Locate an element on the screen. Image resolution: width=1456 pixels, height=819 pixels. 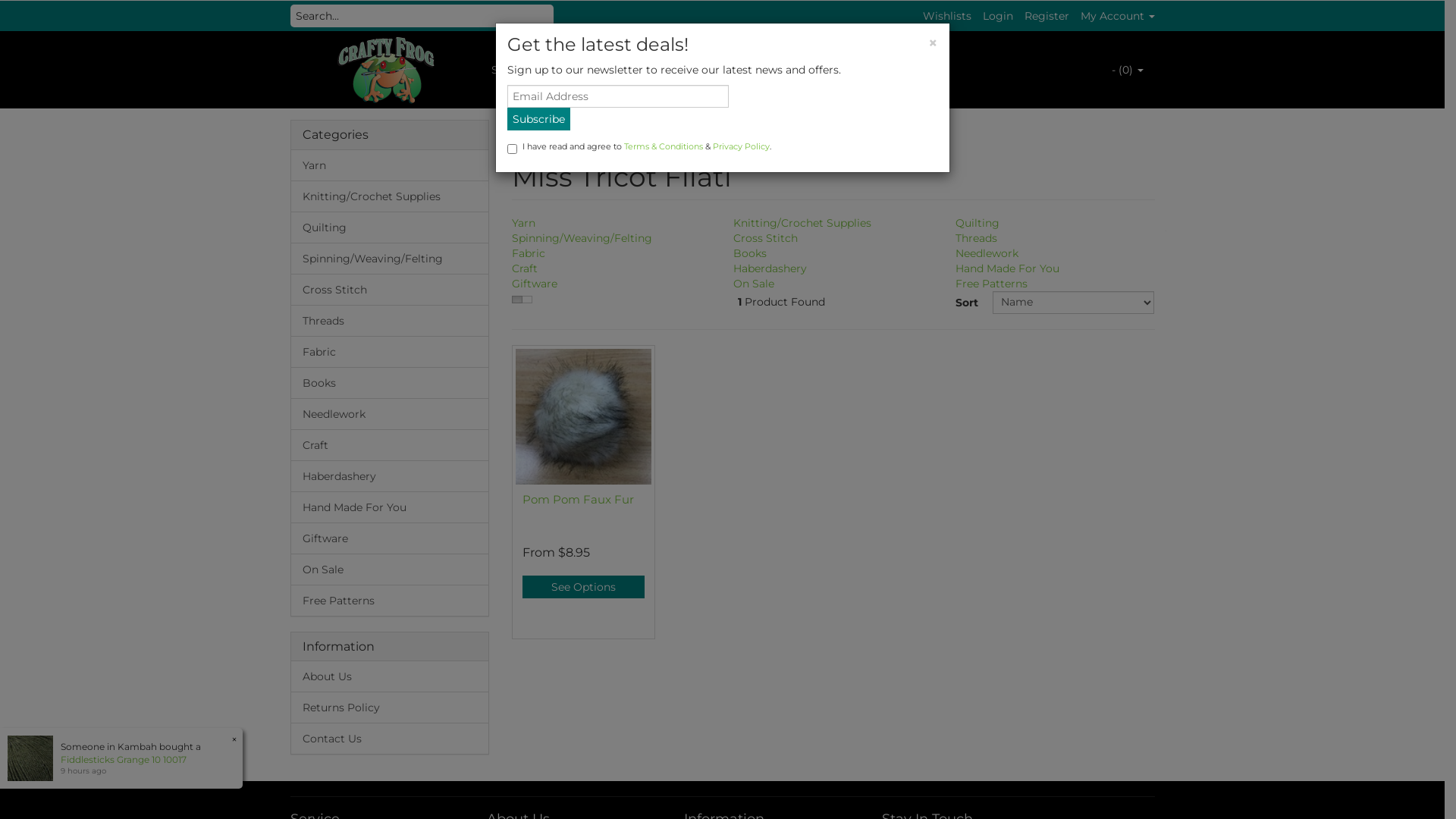
'Haberdashery' is located at coordinates (770, 268).